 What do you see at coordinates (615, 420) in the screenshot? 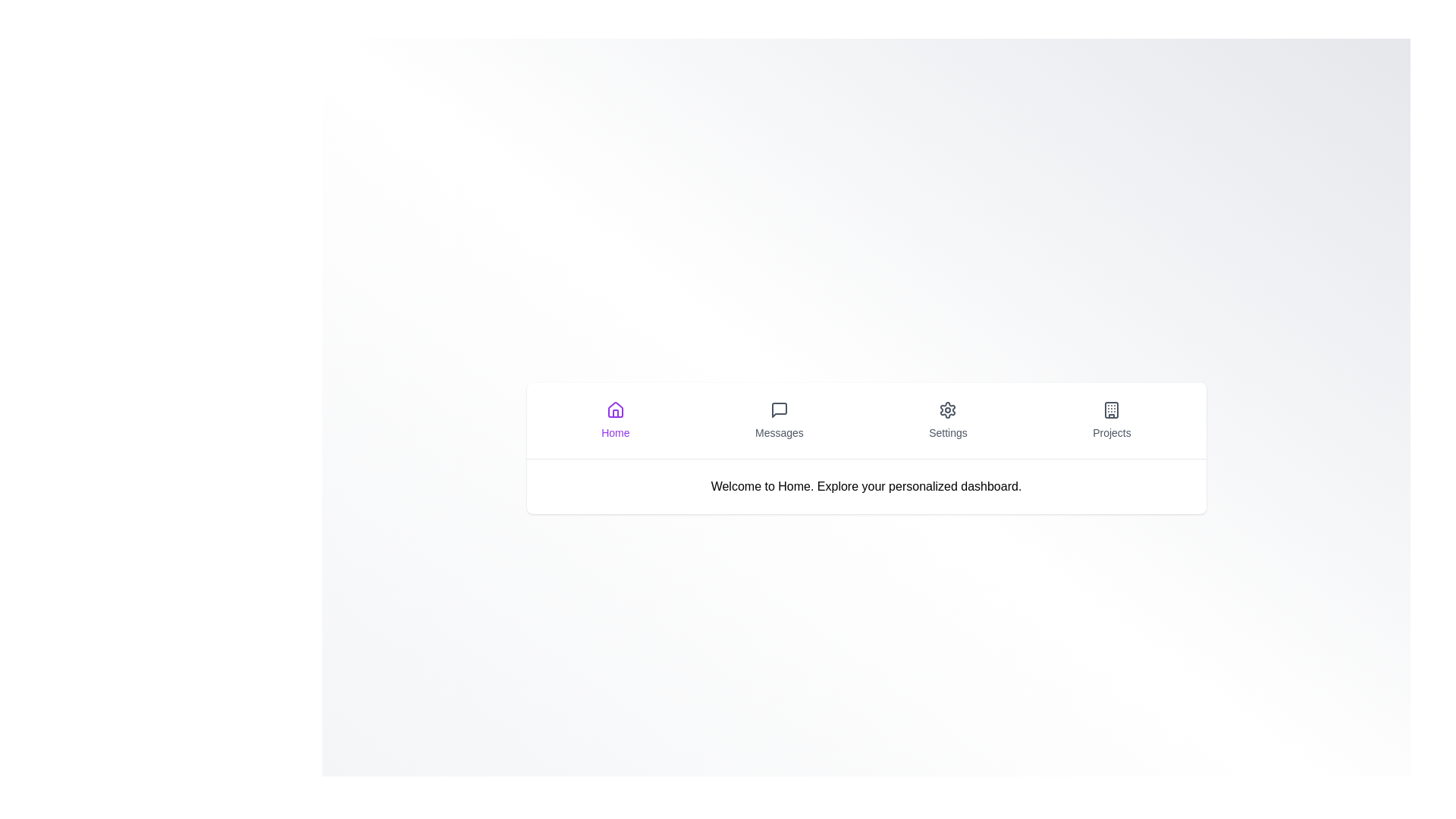
I see `the tab labeled Home to observe its hover effect` at bounding box center [615, 420].